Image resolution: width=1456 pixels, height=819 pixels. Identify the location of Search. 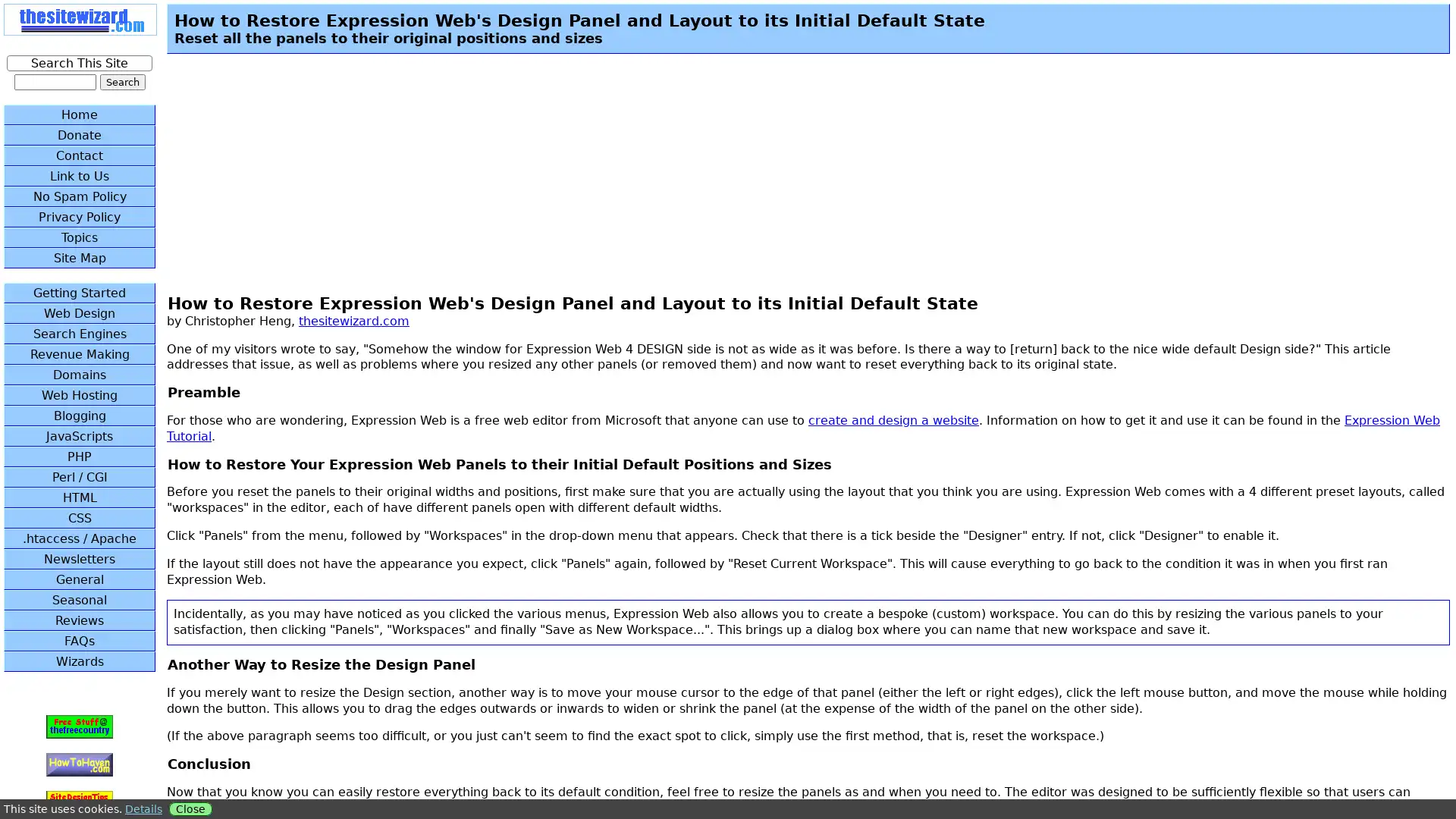
(122, 82).